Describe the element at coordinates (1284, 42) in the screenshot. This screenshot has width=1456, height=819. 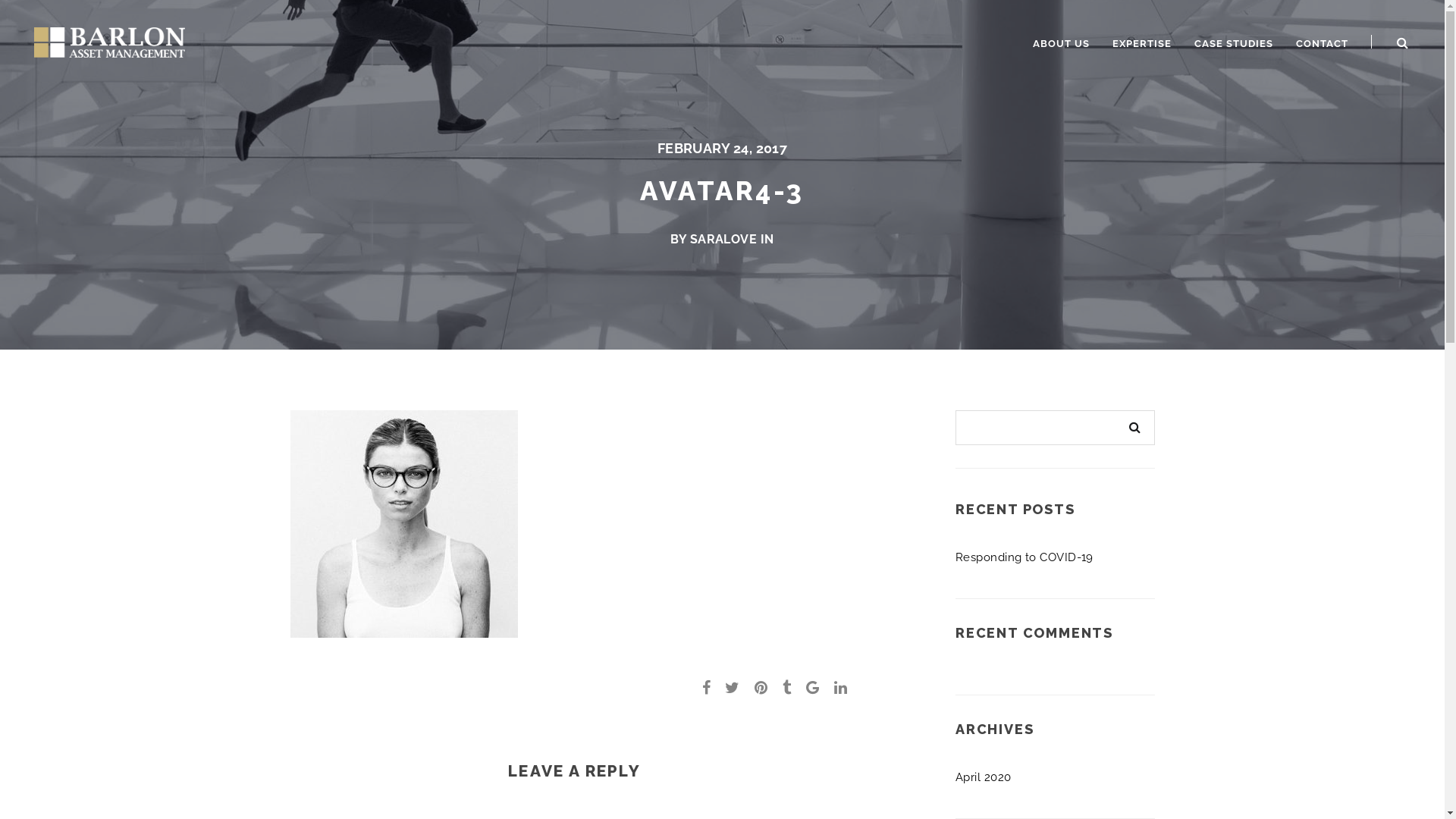
I see `'CONTACT'` at that location.